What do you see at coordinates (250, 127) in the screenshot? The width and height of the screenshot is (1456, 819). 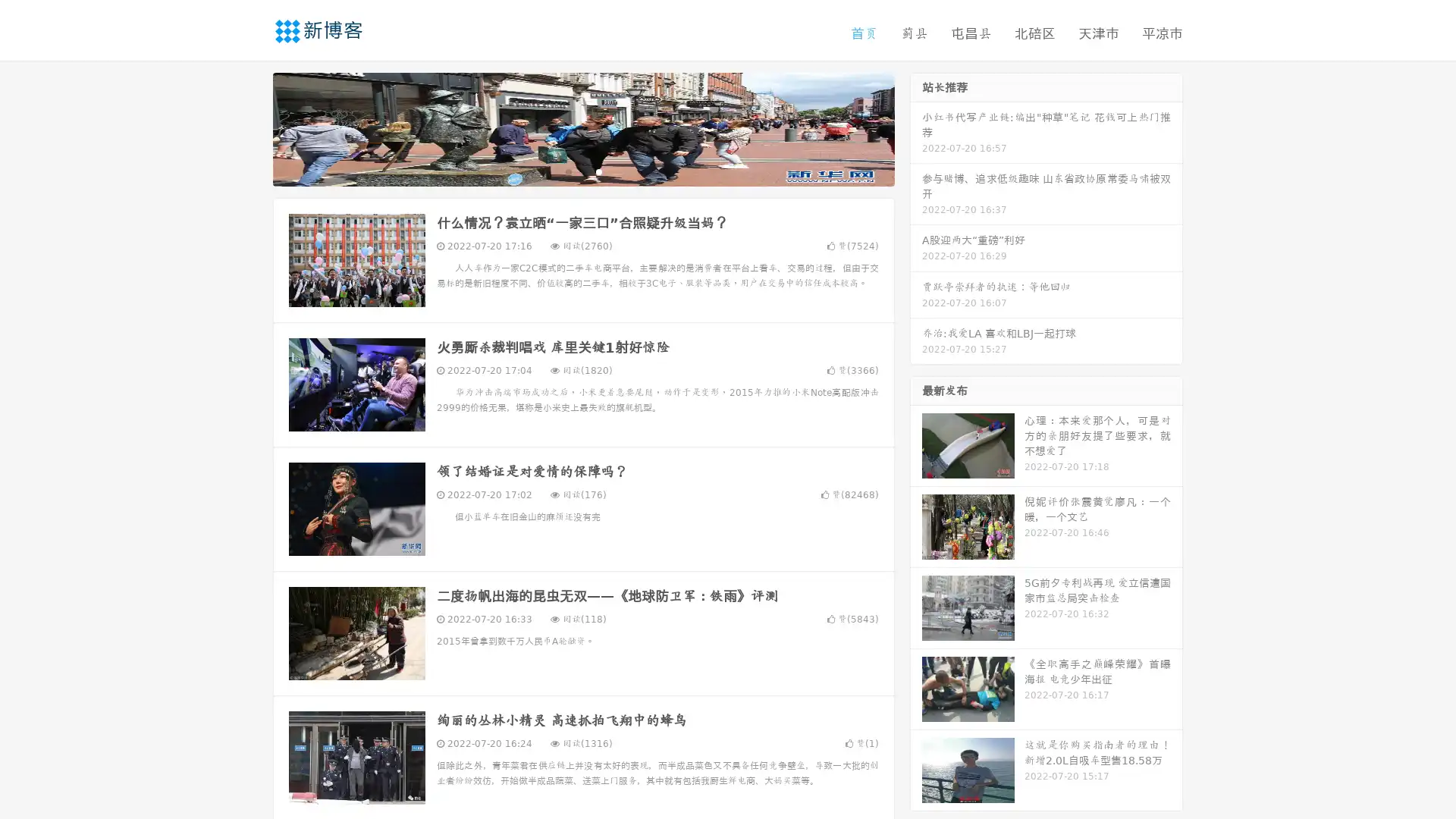 I see `Previous slide` at bounding box center [250, 127].